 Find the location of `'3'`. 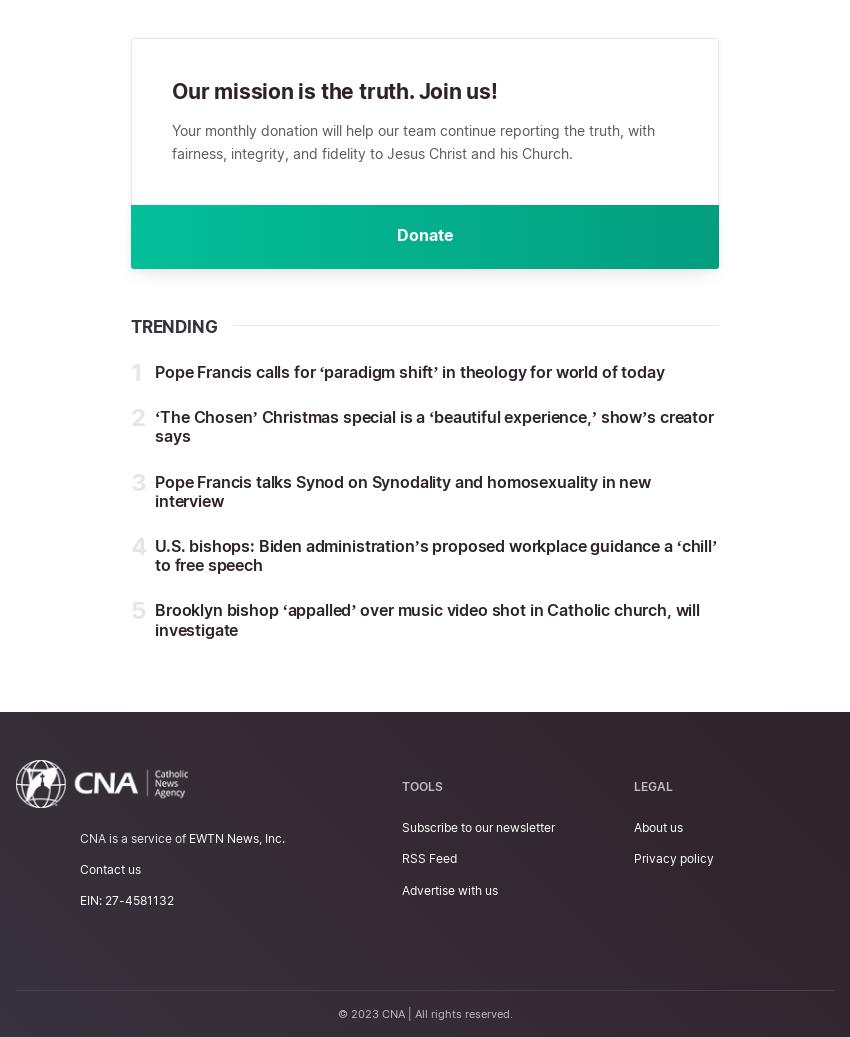

'3' is located at coordinates (138, 480).